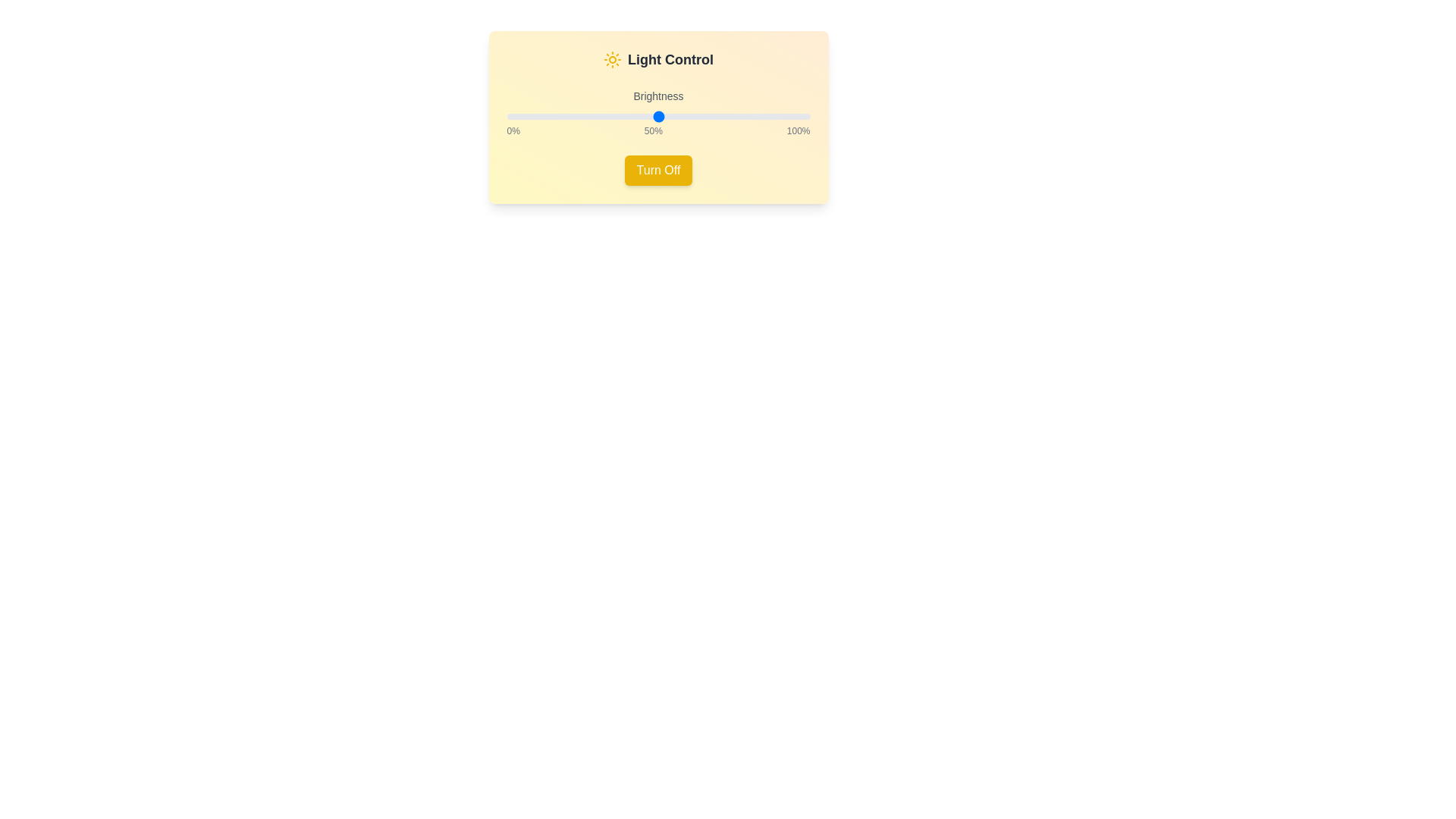  Describe the element at coordinates (653, 130) in the screenshot. I see `current brightness level indicated by the Text Label positioned directly beneath the slider, which shows a value of 50%` at that location.